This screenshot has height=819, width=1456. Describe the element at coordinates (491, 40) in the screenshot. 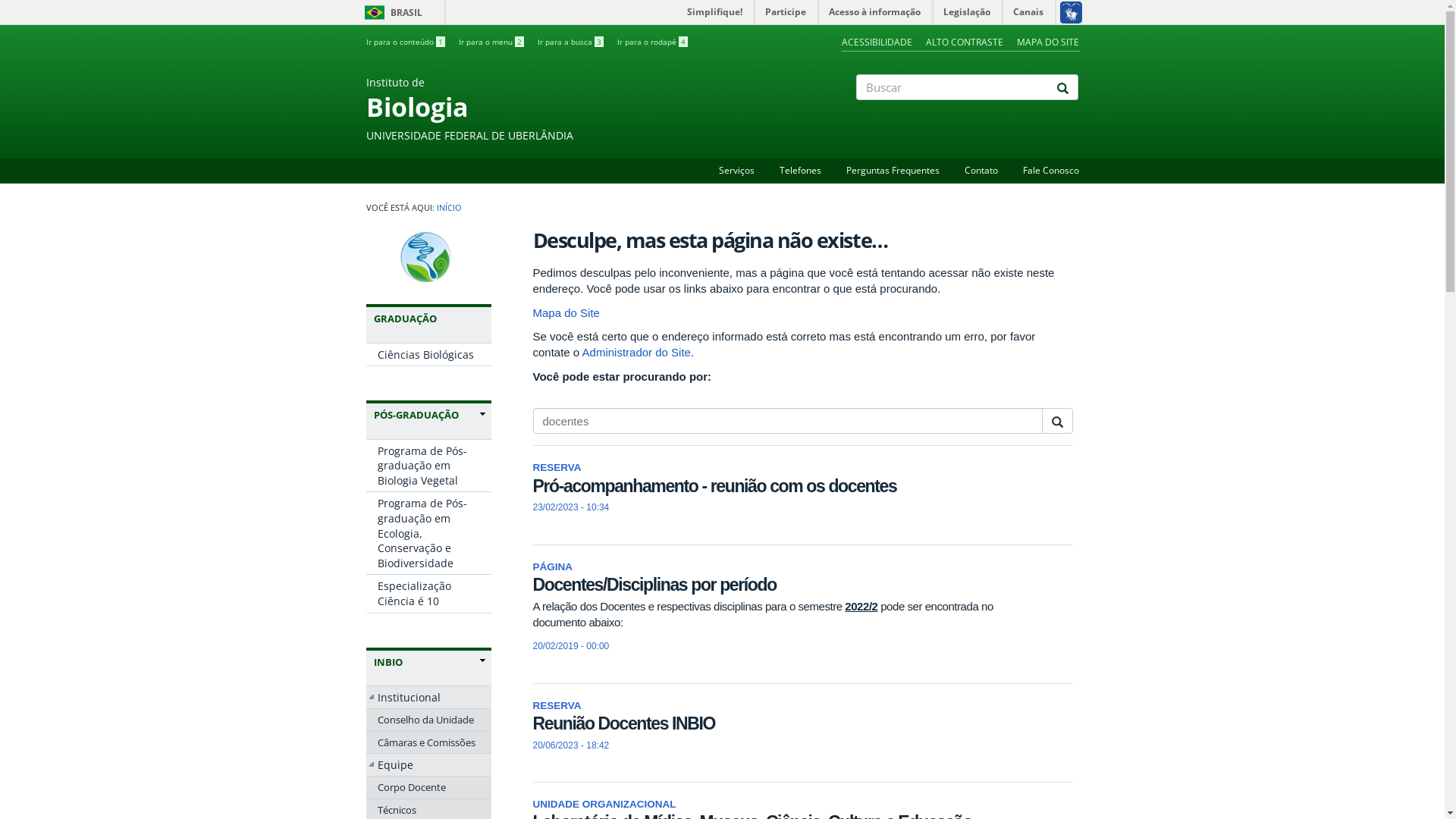

I see `'Ir para o menu 2'` at that location.